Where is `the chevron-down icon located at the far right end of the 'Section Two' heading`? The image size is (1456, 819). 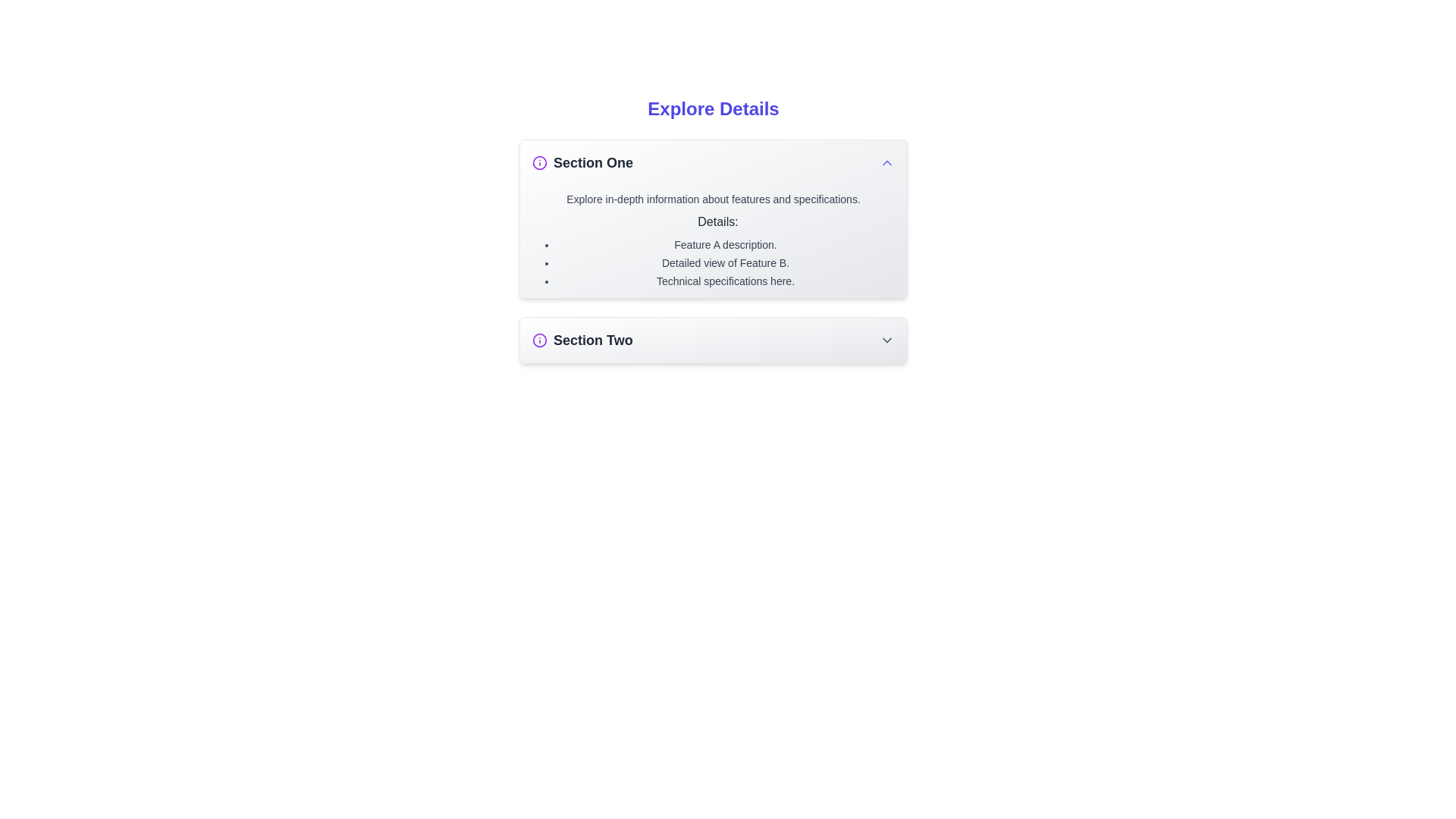
the chevron-down icon located at the far right end of the 'Section Two' heading is located at coordinates (887, 339).